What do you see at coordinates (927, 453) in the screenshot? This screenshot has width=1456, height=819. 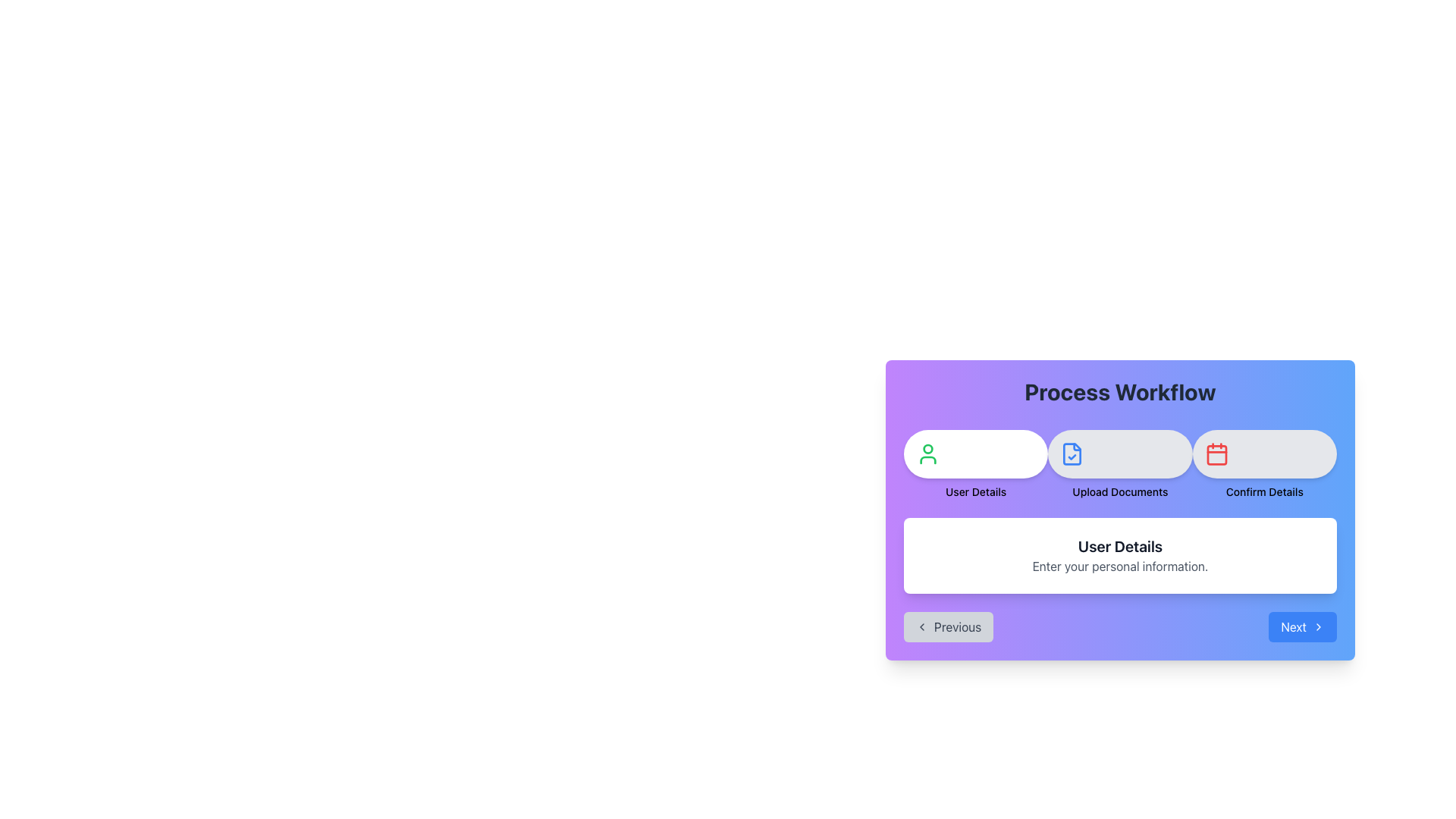 I see `the green 'User Details' icon` at bounding box center [927, 453].